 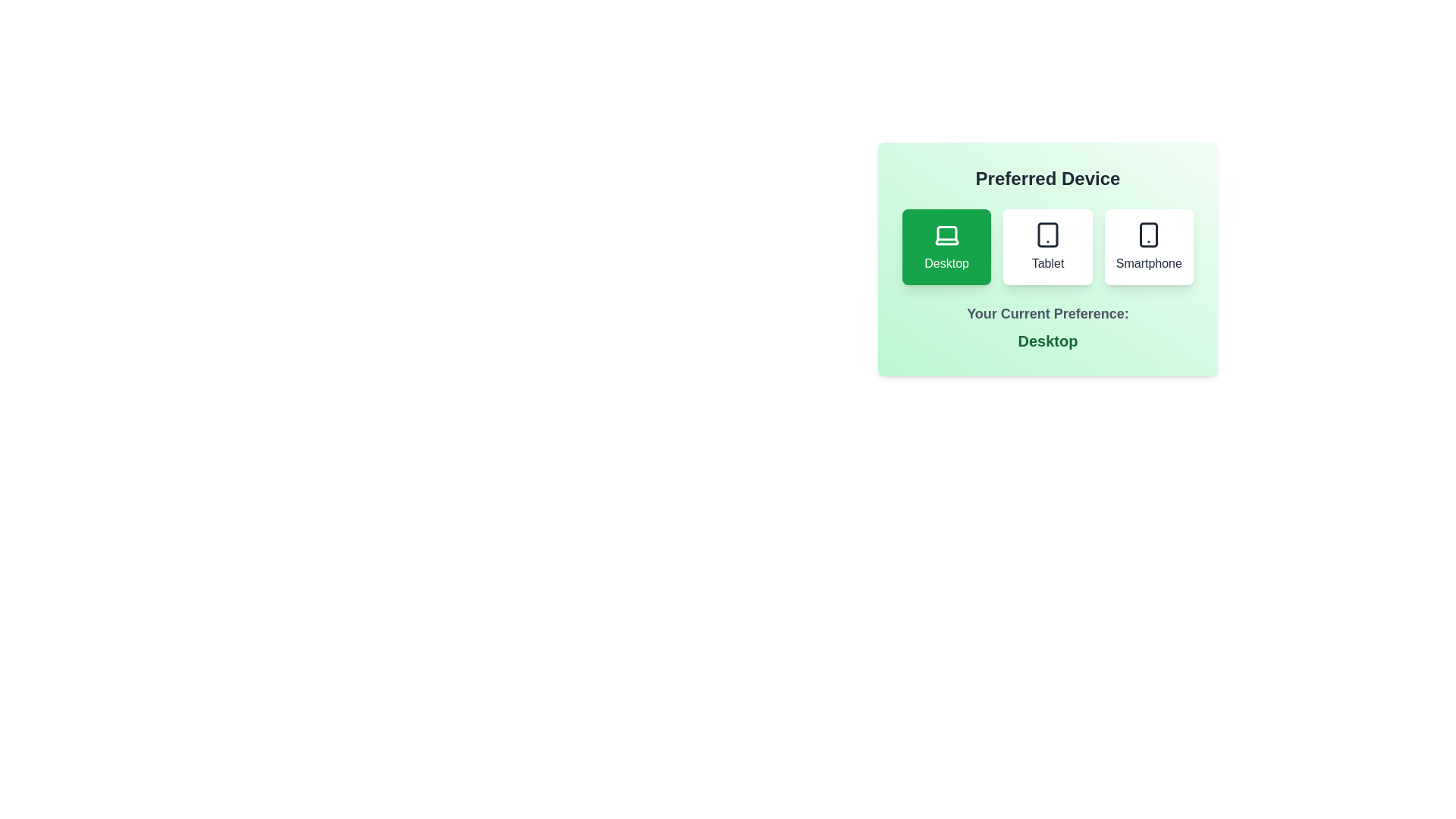 What do you see at coordinates (1149, 246) in the screenshot?
I see `the button corresponding to the device Smartphone` at bounding box center [1149, 246].